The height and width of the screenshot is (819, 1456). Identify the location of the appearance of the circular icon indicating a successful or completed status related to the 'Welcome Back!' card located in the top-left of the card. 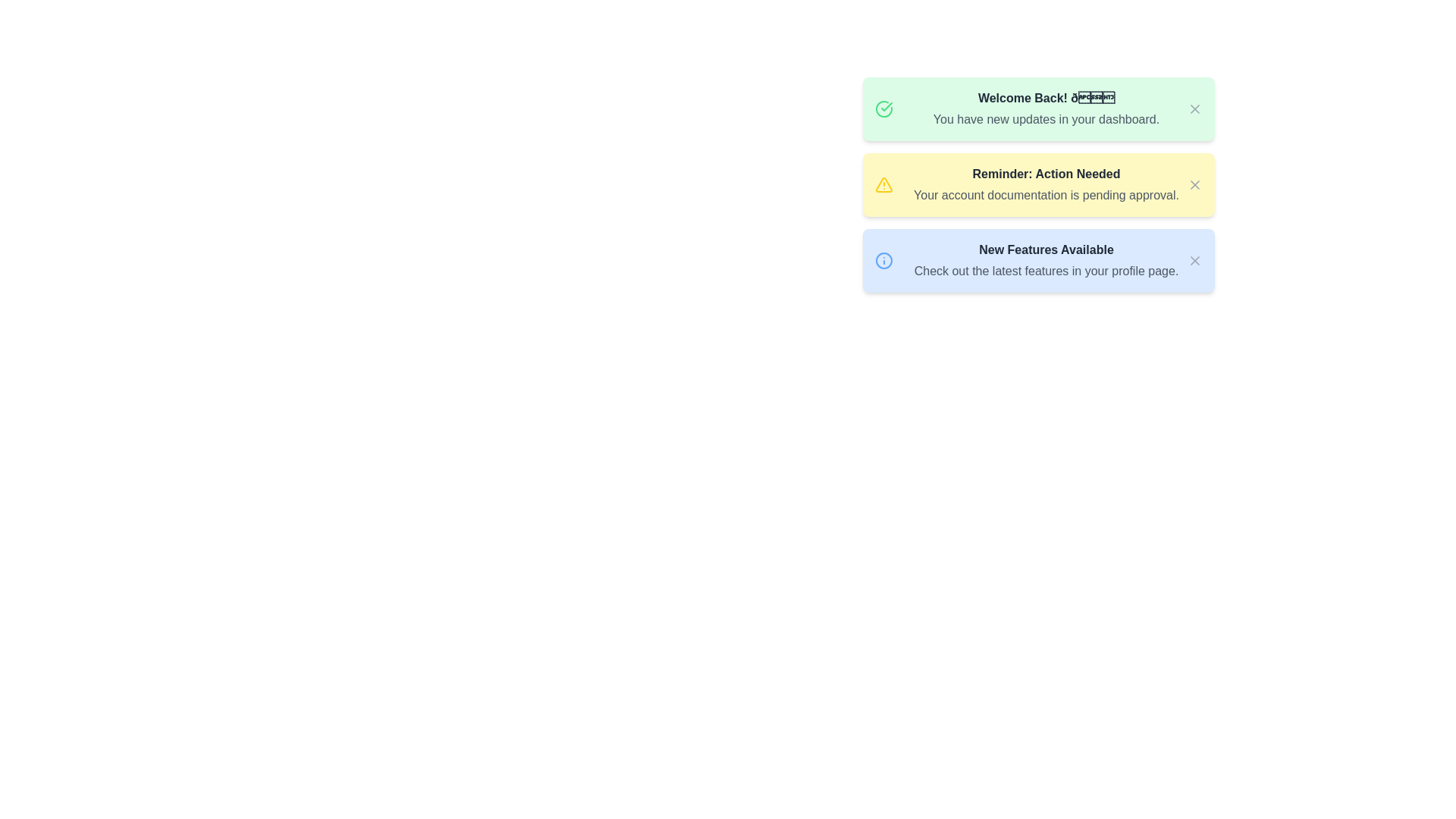
(886, 106).